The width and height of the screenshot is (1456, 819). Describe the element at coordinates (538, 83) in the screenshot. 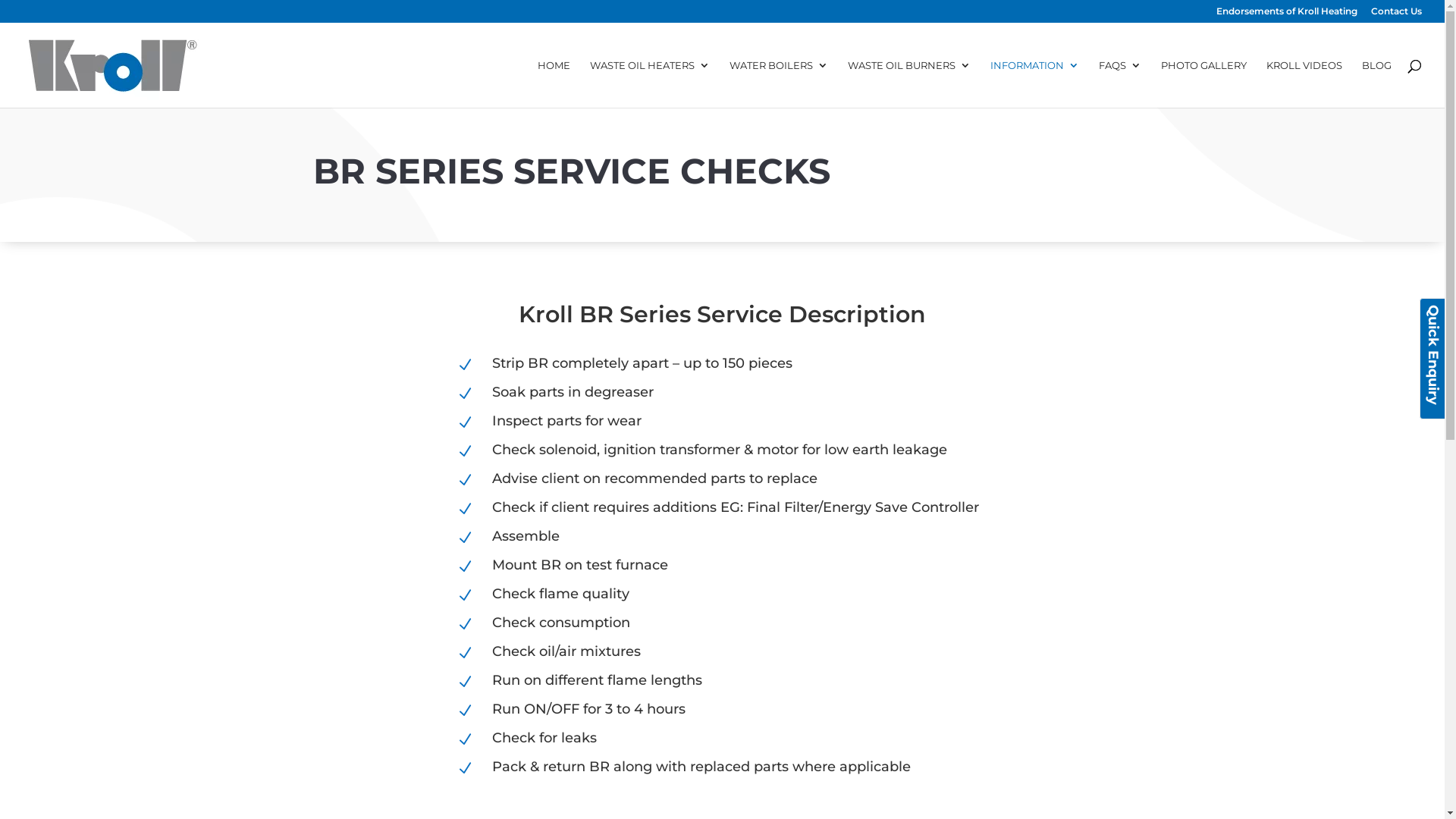

I see `'HOME'` at that location.